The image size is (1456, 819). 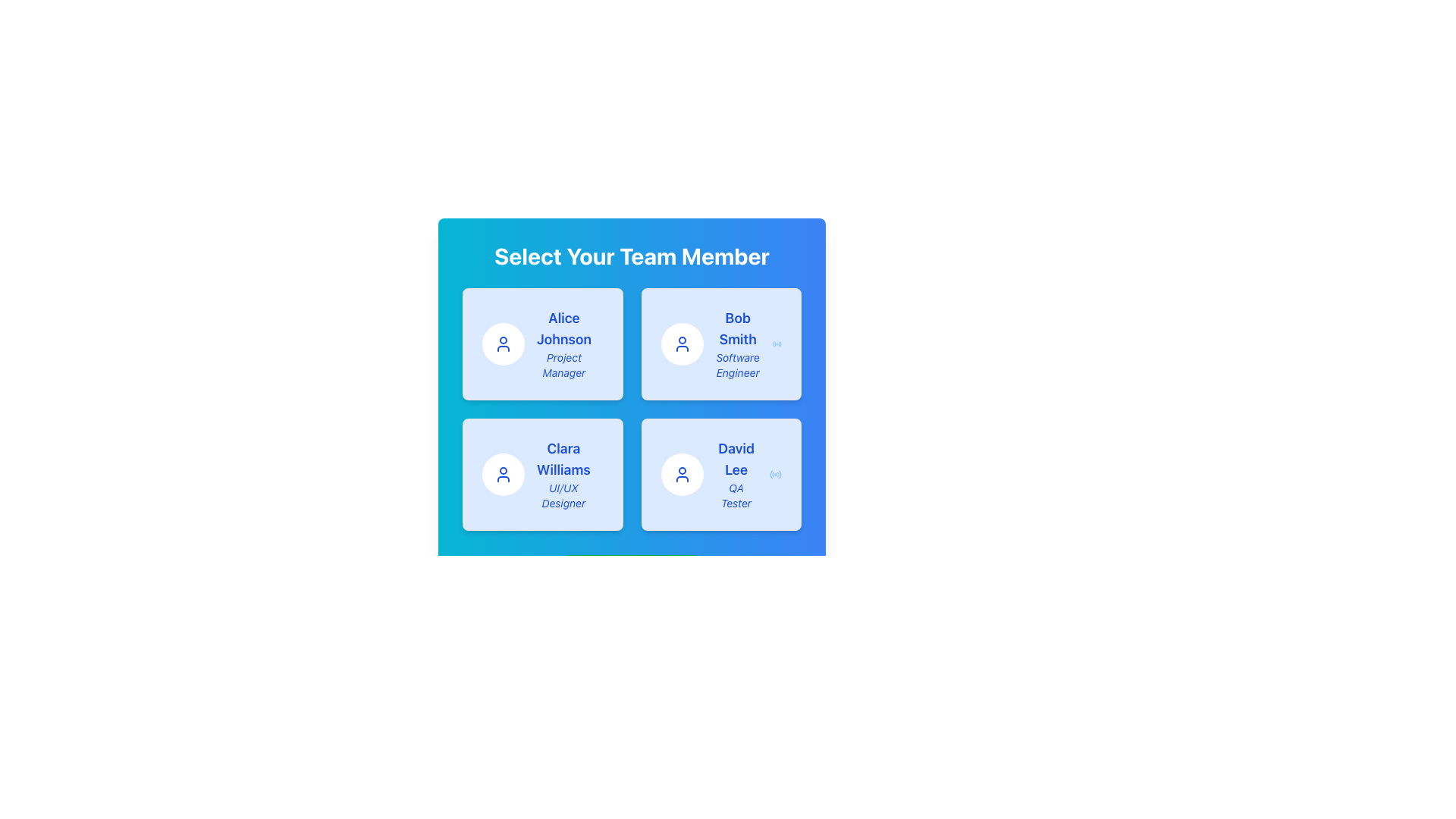 I want to click on text from the text label displaying 'QA Tester', which is styled in blue and located under the name 'David Lee' in the card layout, so click(x=736, y=496).